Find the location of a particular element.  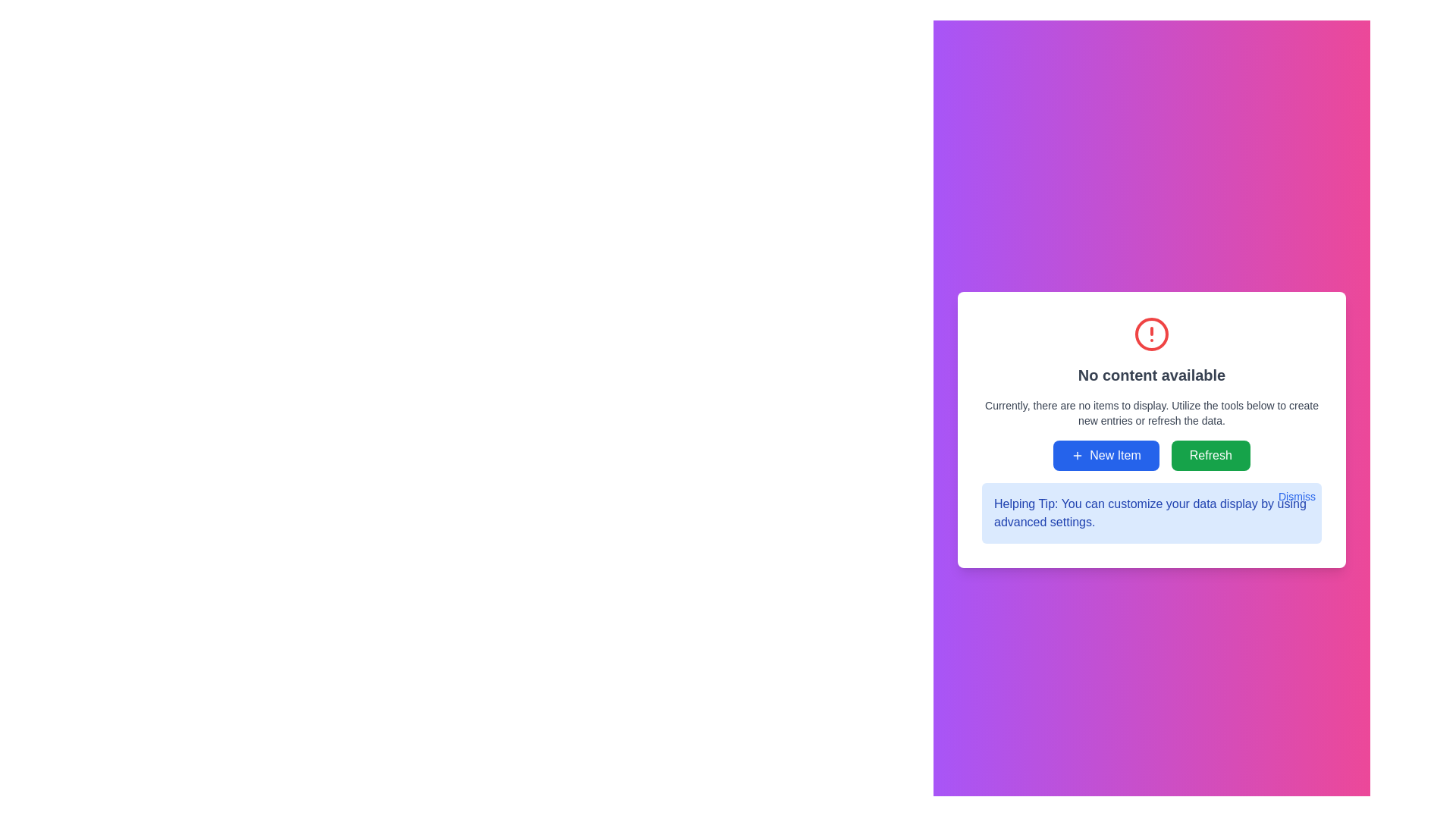

the New Item button in the Horizontal Button Group located on the centered white card, positioned just above the helping tip section is located at coordinates (1151, 455).